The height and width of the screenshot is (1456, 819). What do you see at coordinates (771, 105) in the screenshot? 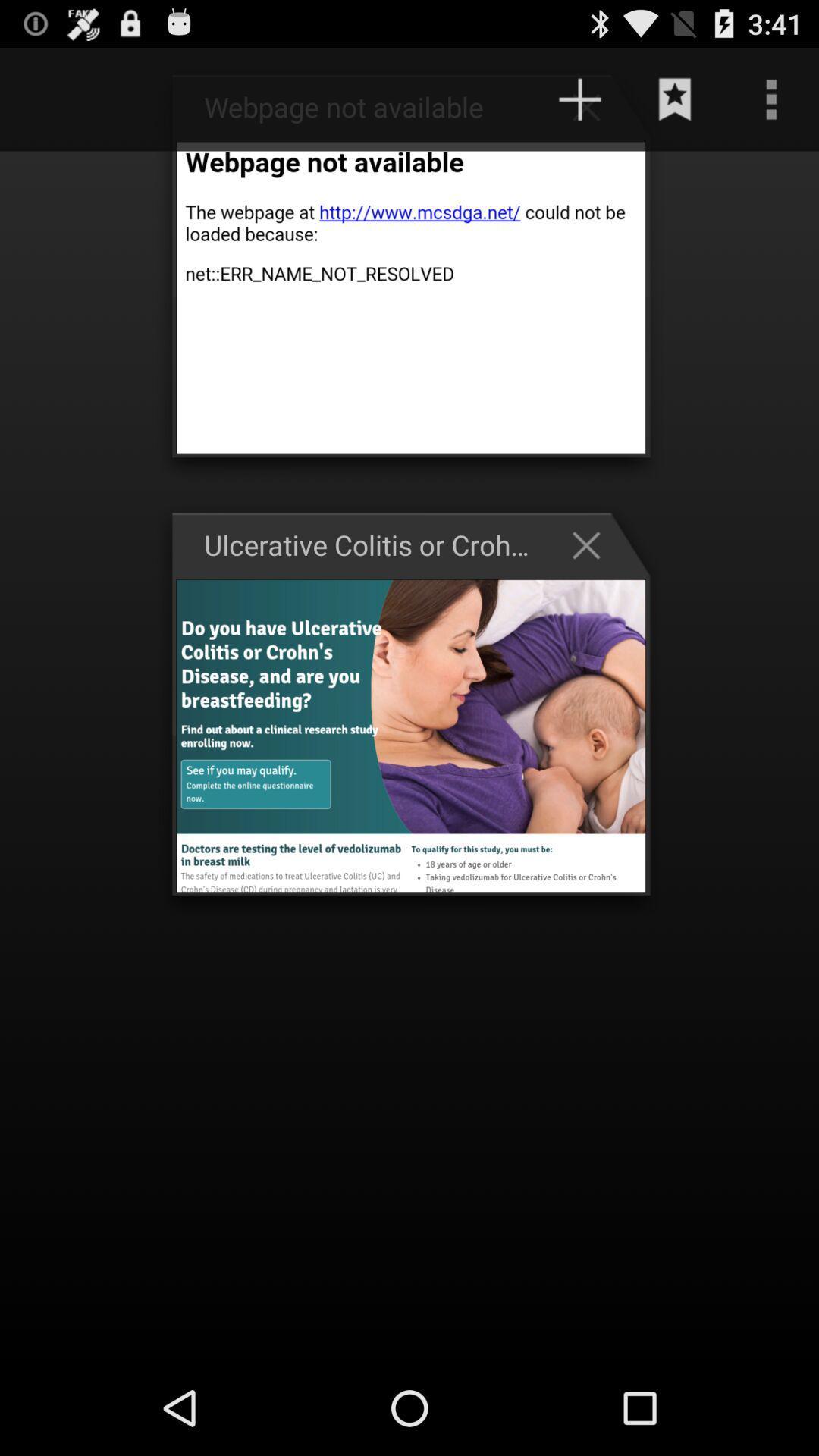
I see `the more icon` at bounding box center [771, 105].